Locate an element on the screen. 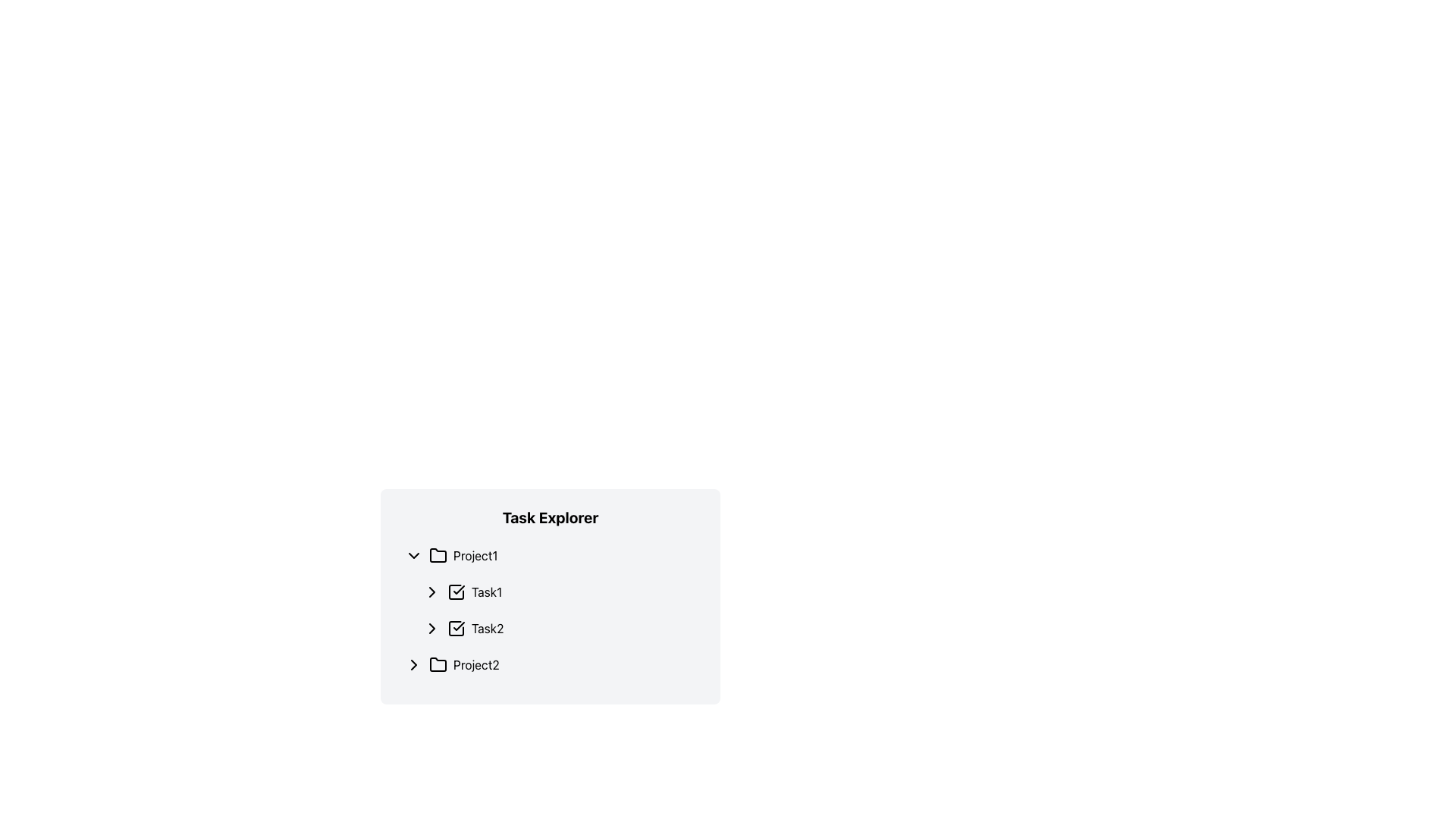  the folder icon representing 'Project2' in the Task Explorer to interact with it is located at coordinates (437, 663).